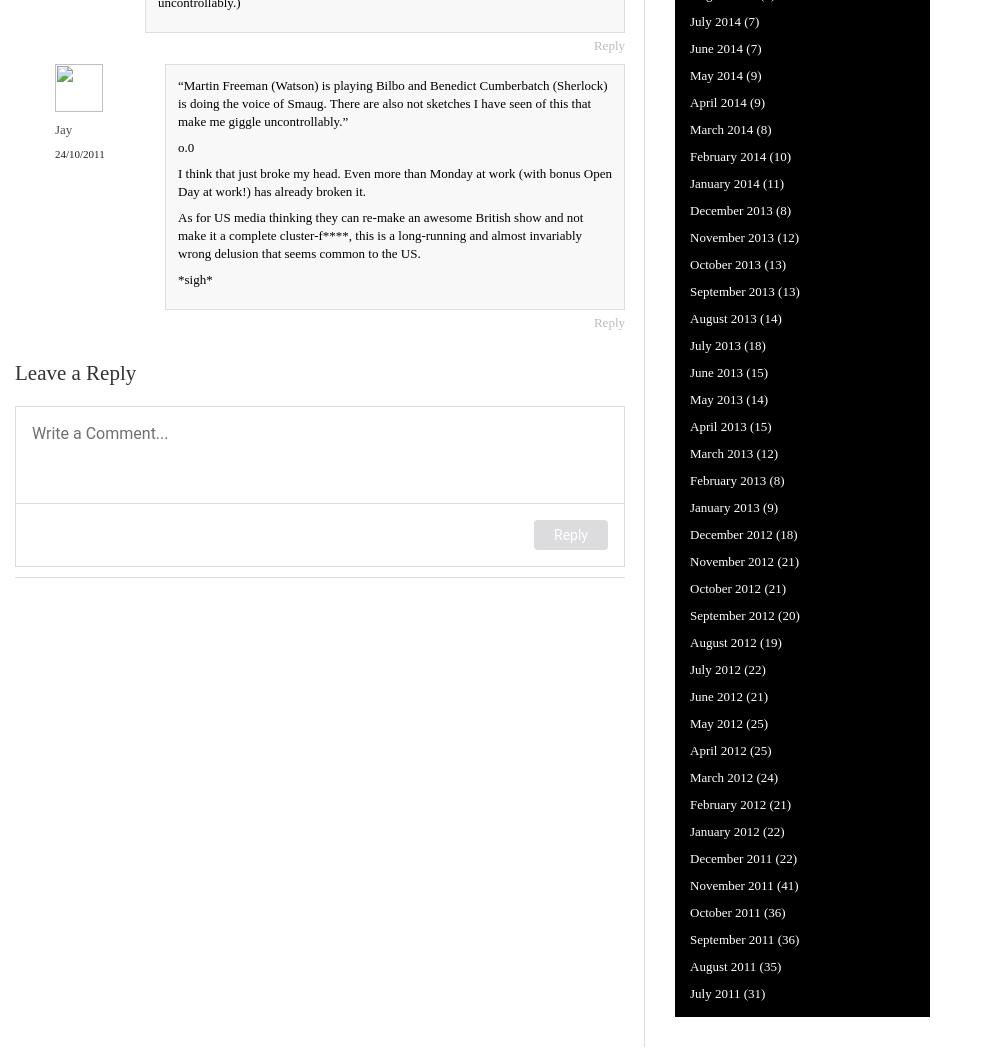 This screenshot has height=1058, width=990. Describe the element at coordinates (690, 694) in the screenshot. I see `'June 2012'` at that location.